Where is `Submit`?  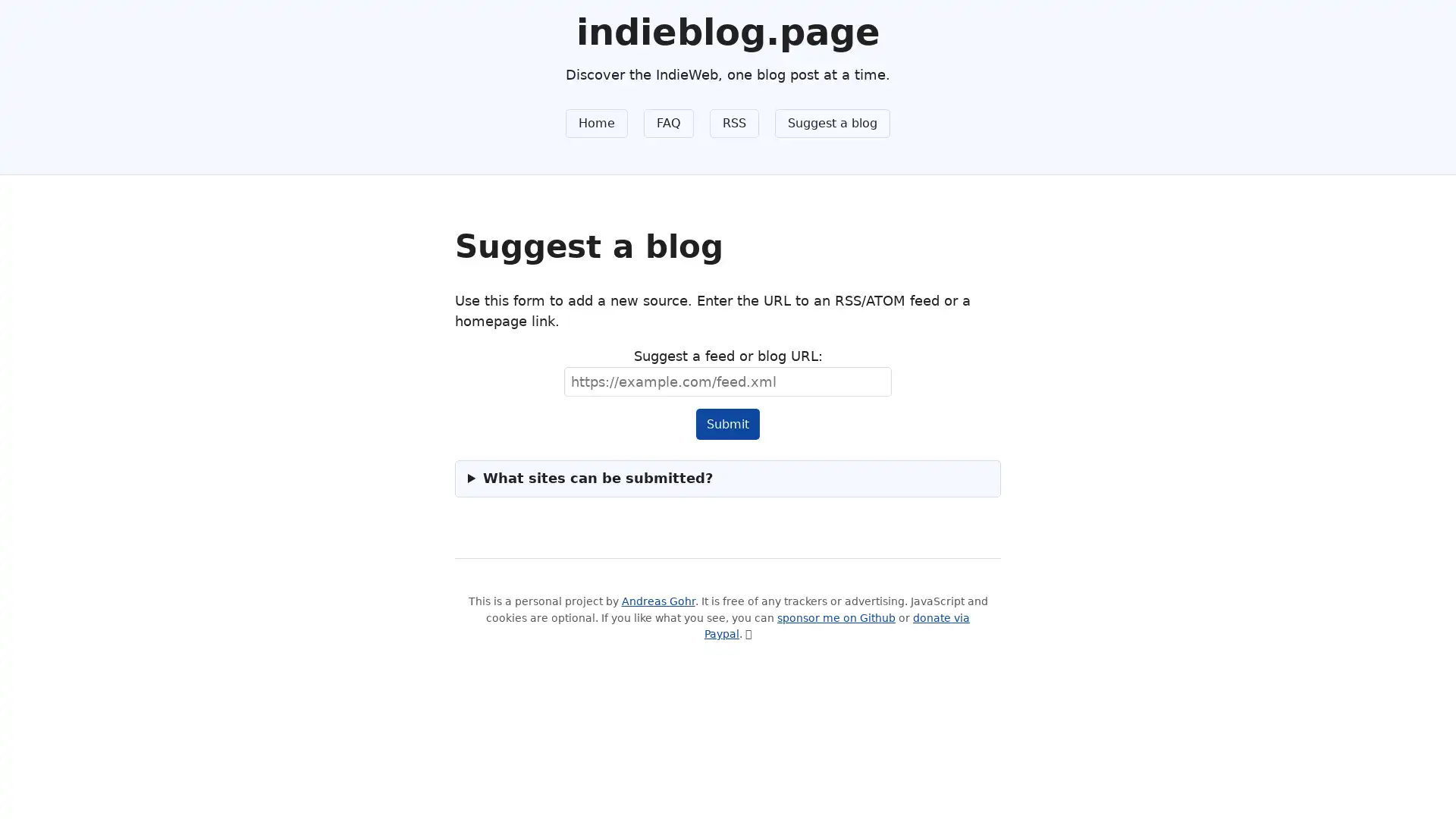
Submit is located at coordinates (726, 424).